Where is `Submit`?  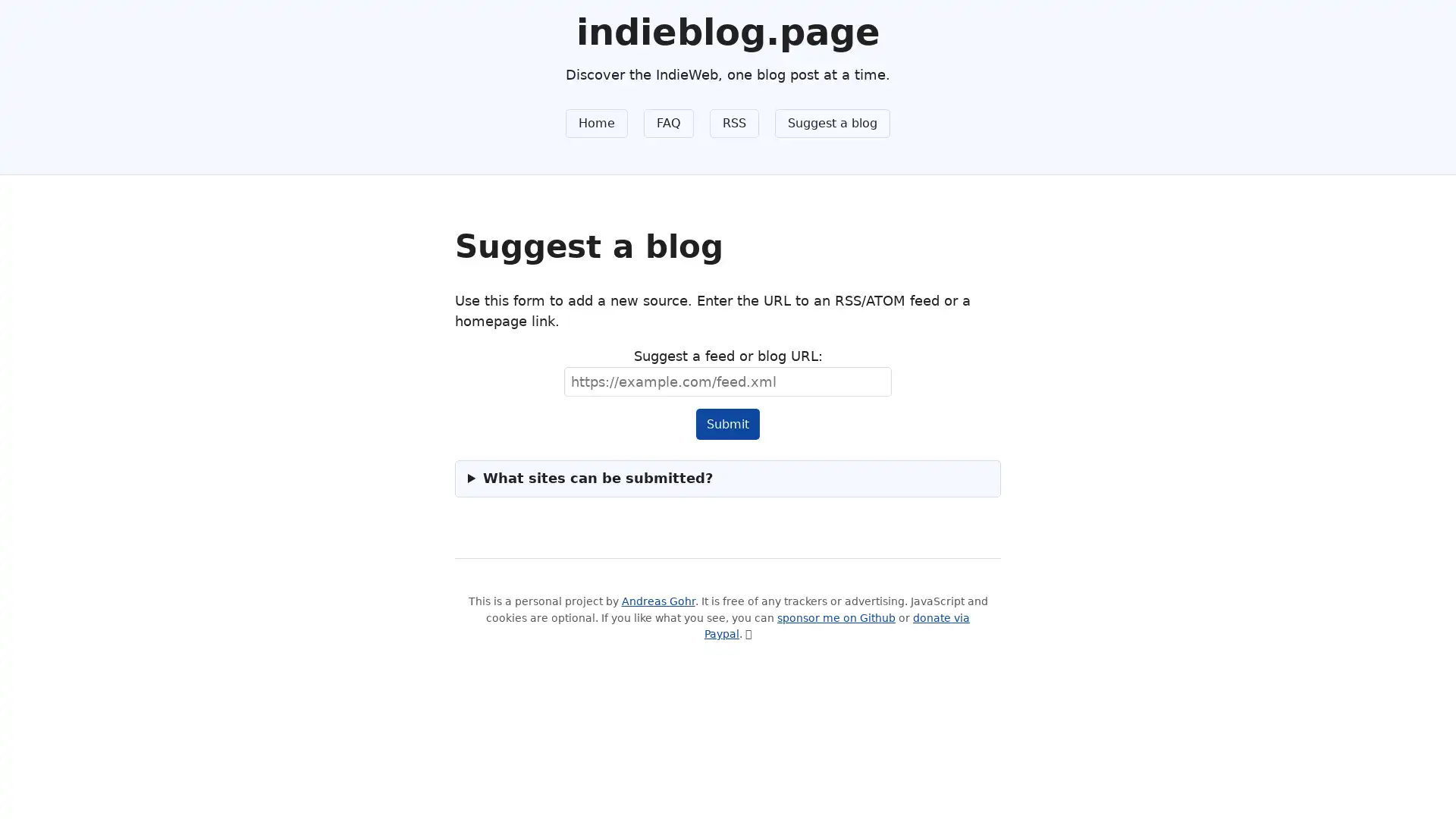
Submit is located at coordinates (726, 424).